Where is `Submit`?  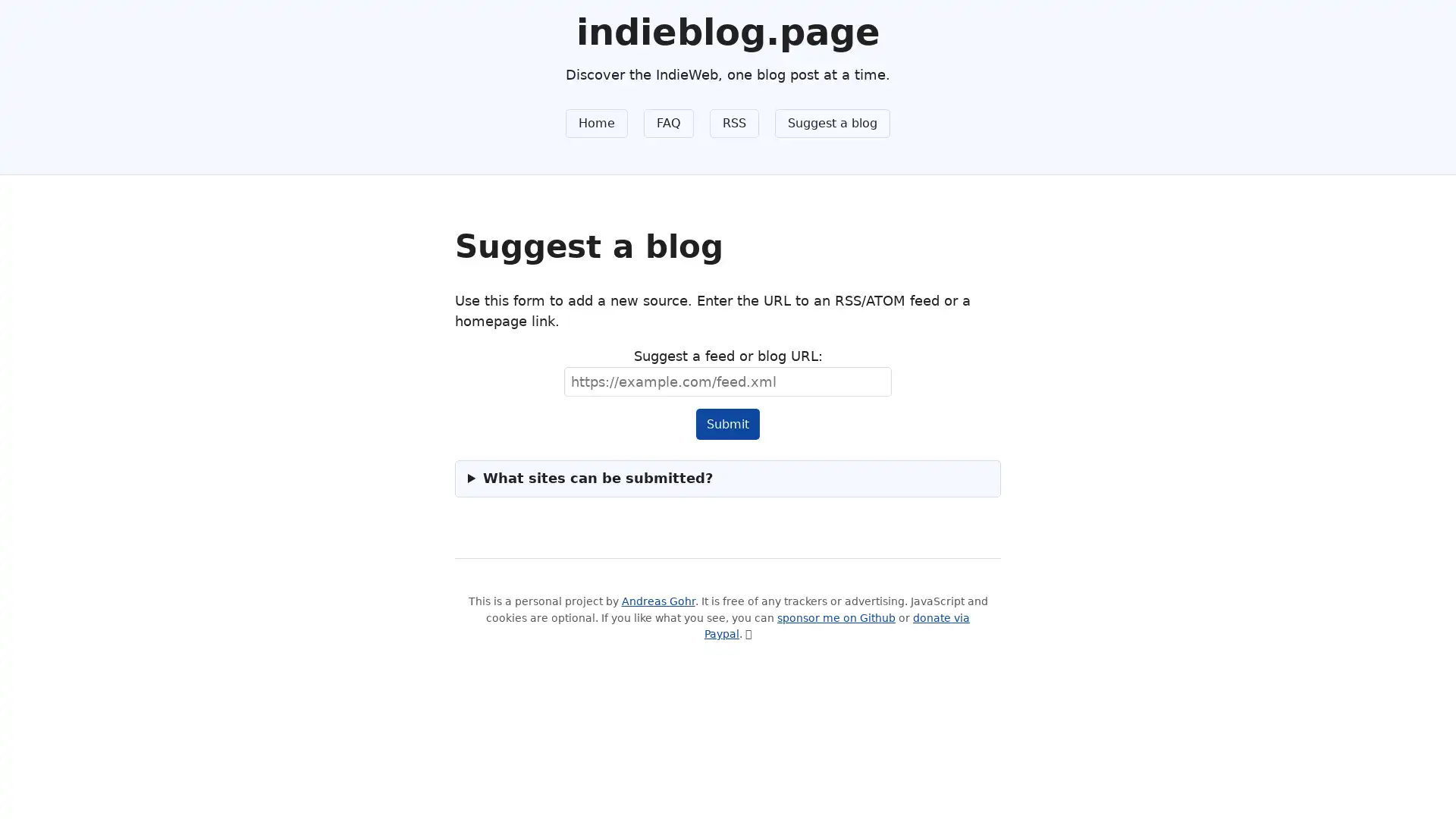
Submit is located at coordinates (726, 424).